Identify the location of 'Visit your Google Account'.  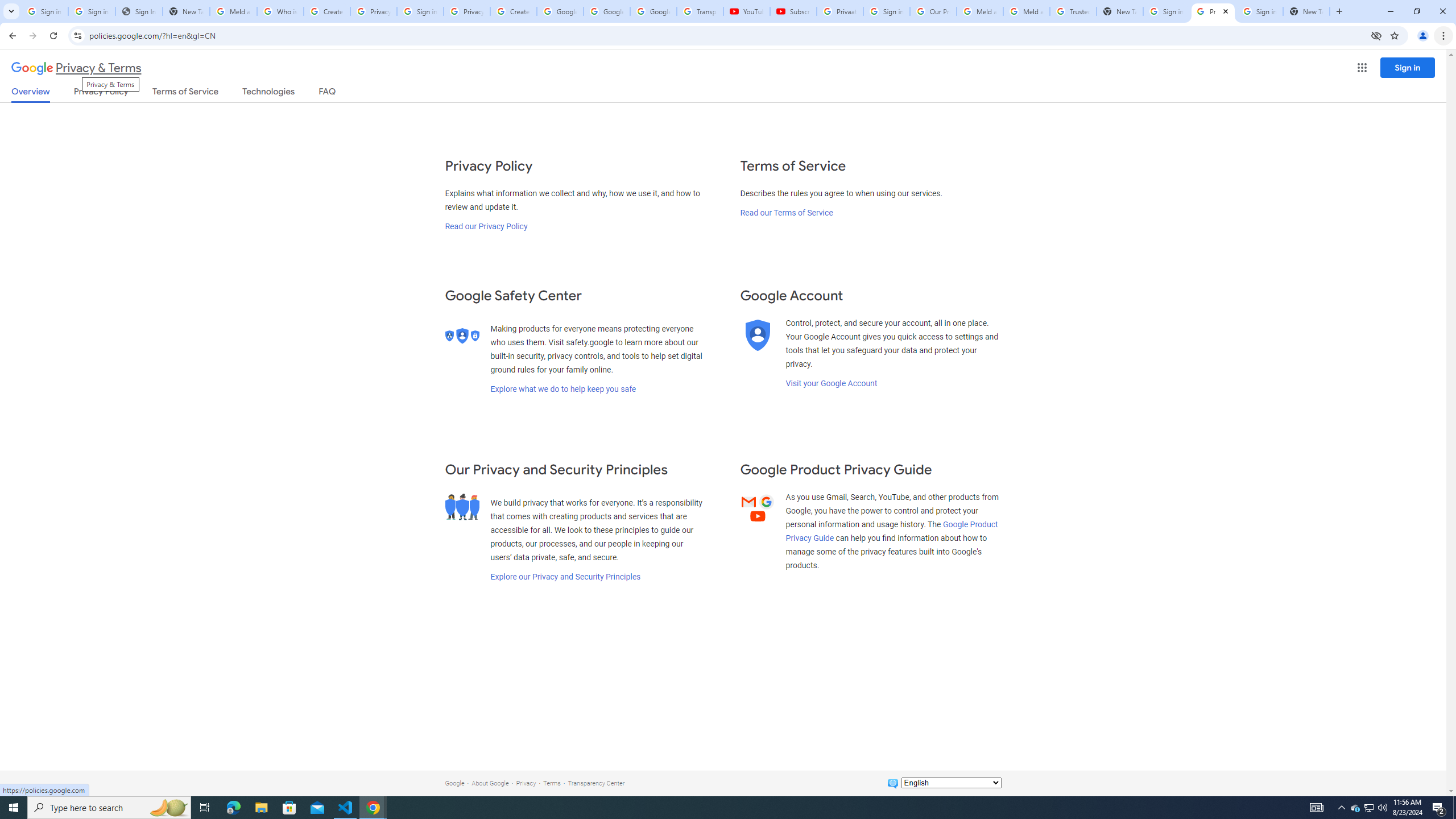
(830, 383).